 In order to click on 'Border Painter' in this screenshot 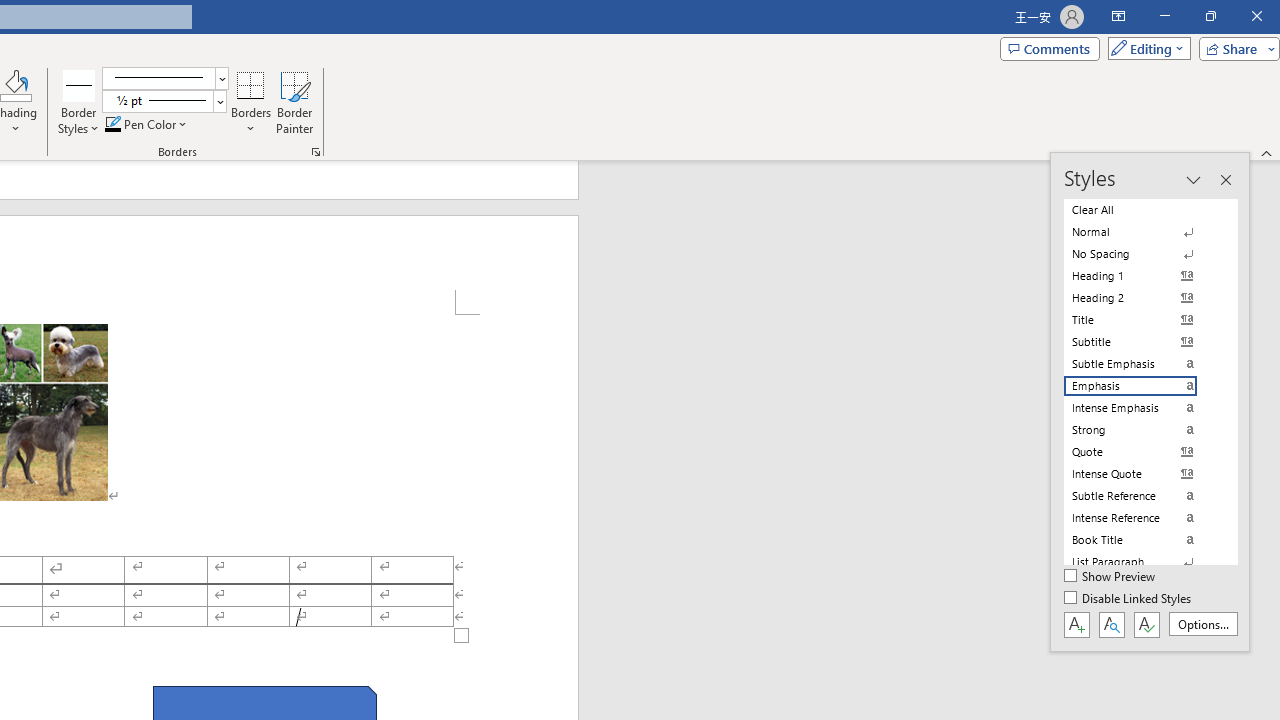, I will do `click(294, 103)`.